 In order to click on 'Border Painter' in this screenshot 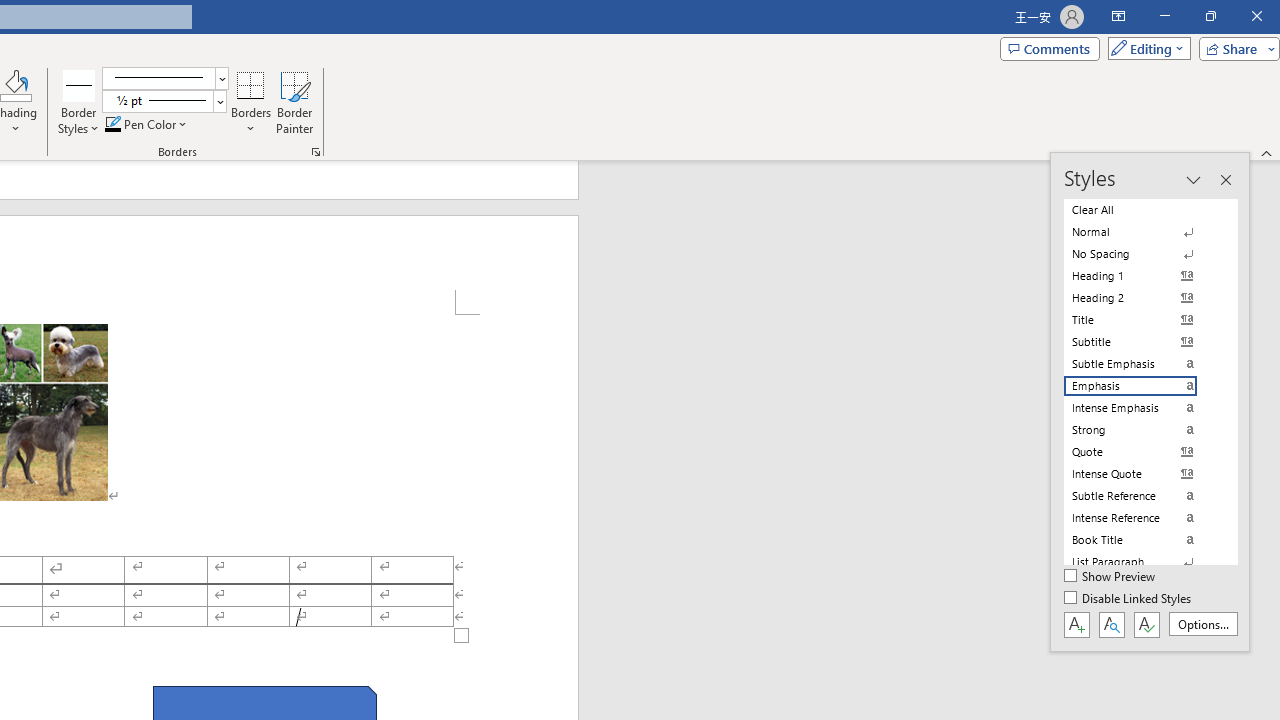, I will do `click(294, 103)`.